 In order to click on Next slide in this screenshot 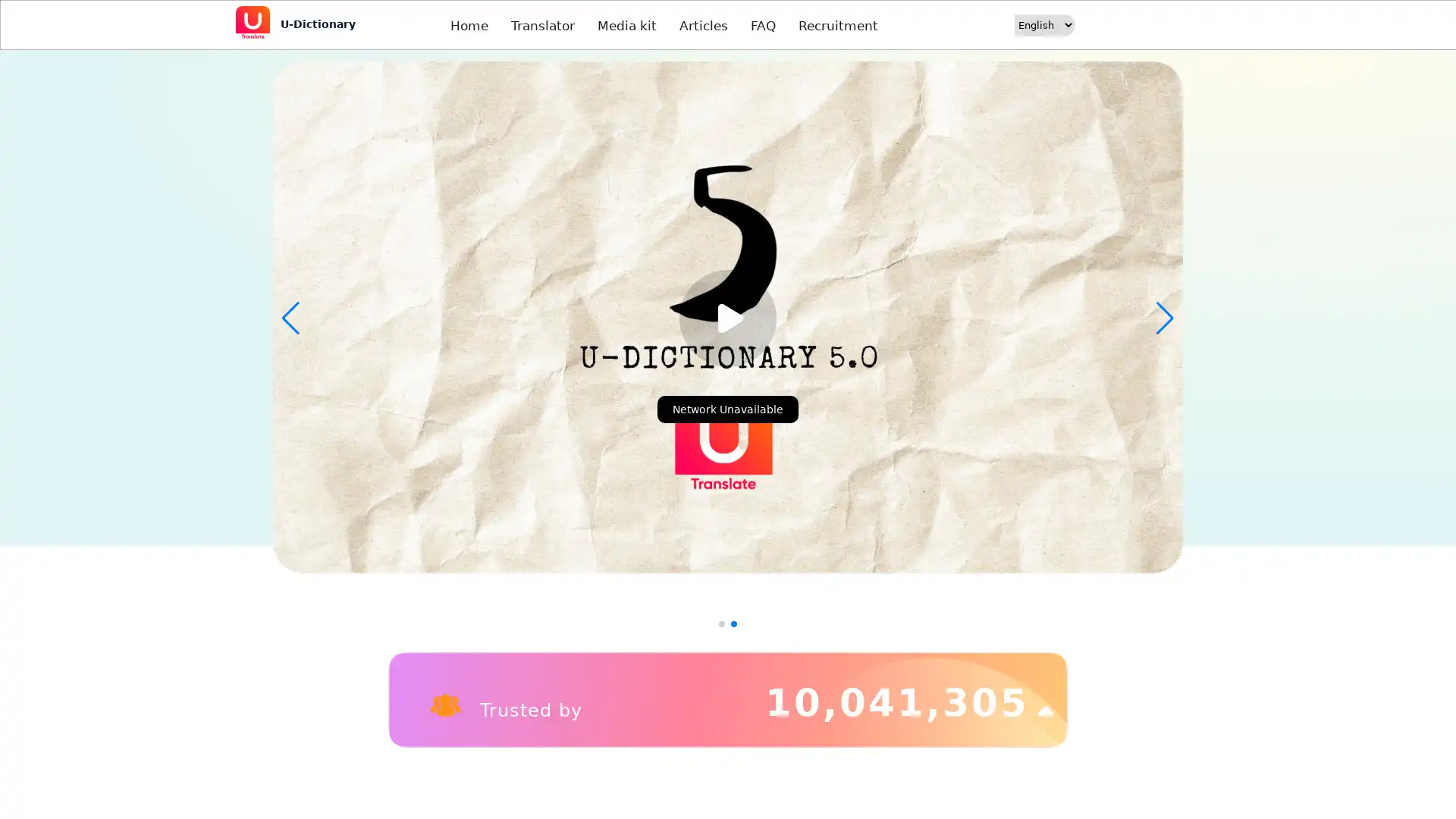, I will do `click(1164, 318)`.